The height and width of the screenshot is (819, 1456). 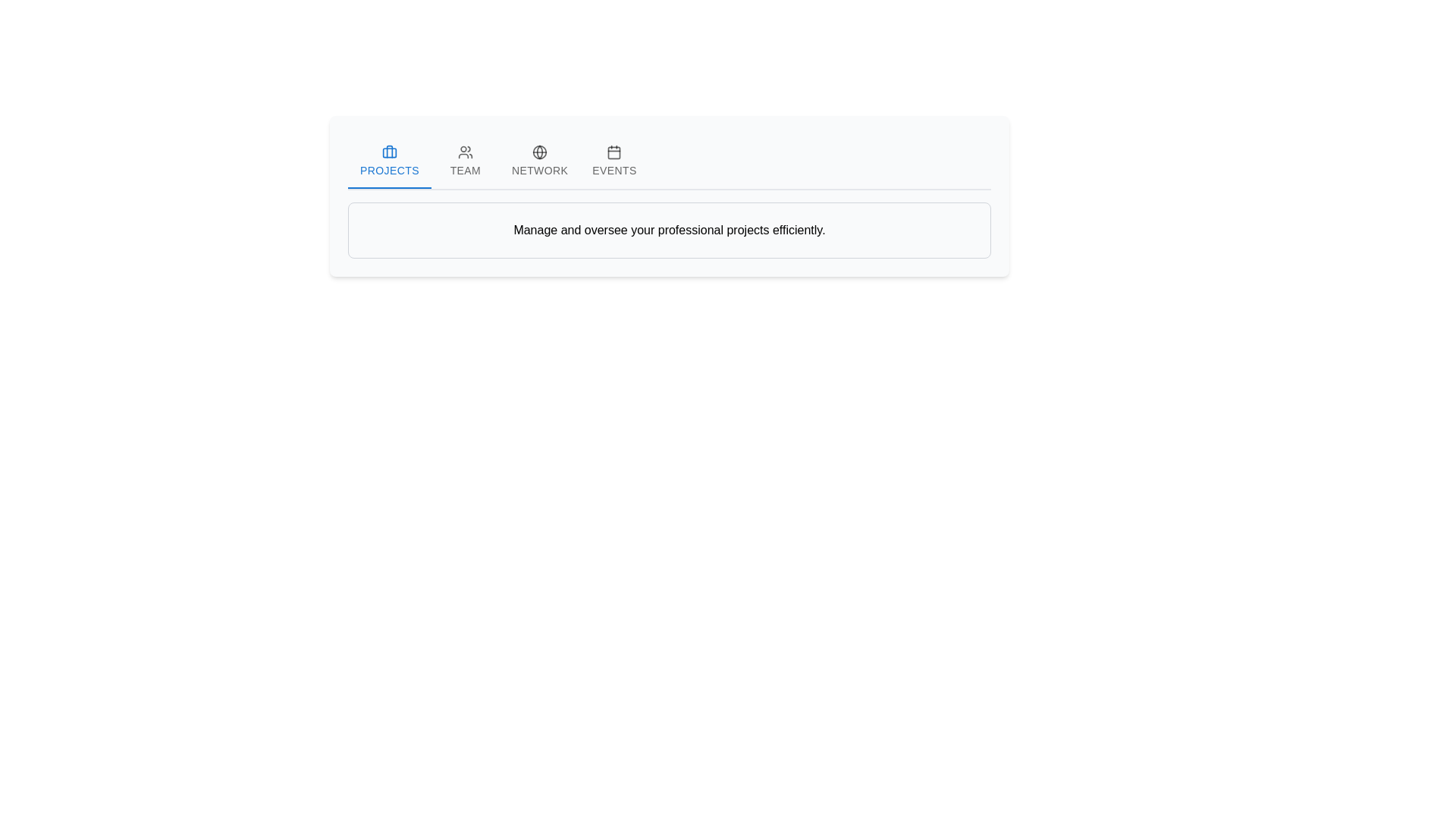 What do you see at coordinates (614, 153) in the screenshot?
I see `the calendar icon representing the 'Events' tab in the navigation bar to navigate to the Events section` at bounding box center [614, 153].